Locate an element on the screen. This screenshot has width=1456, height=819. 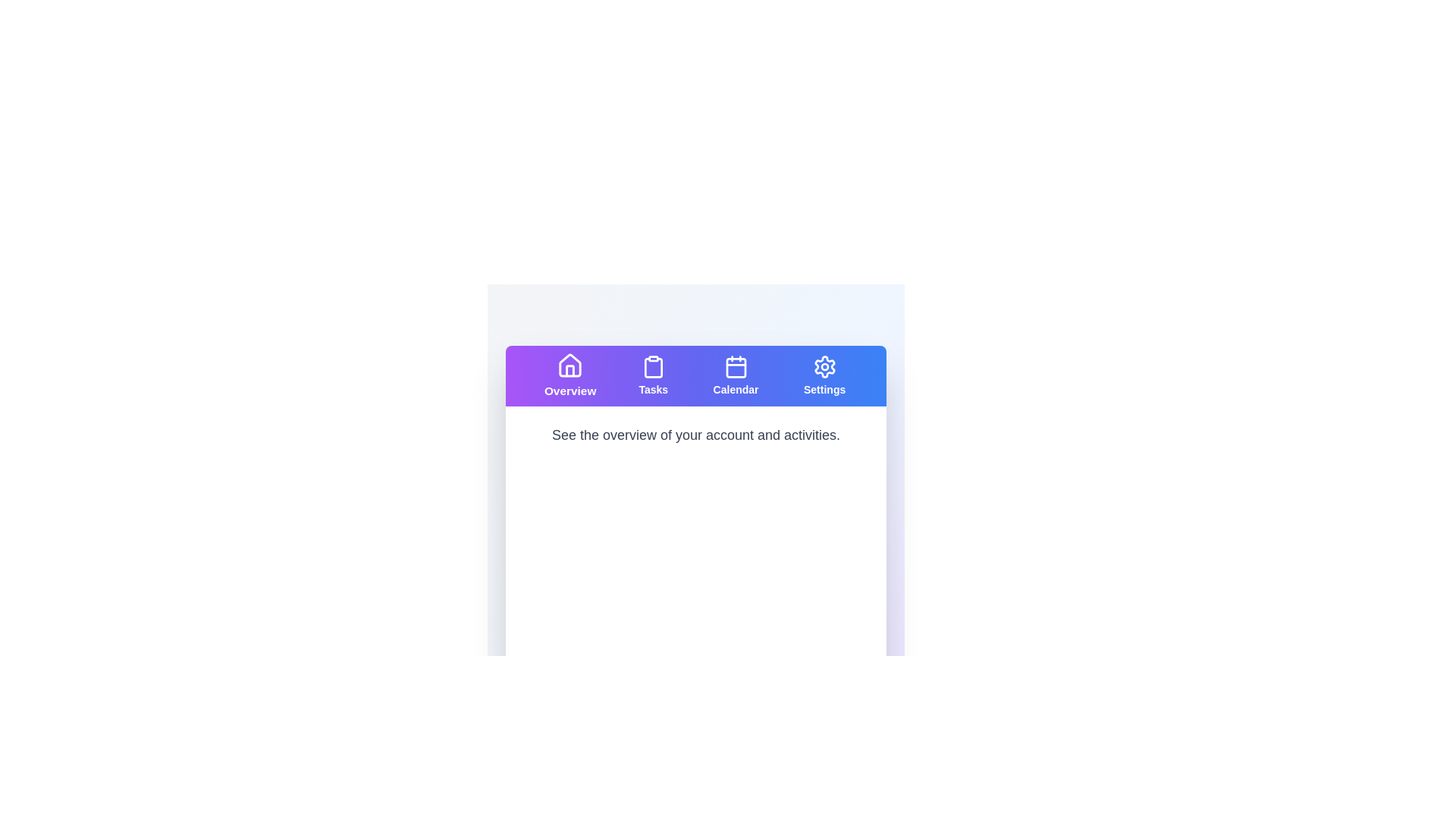
the settings icon located on the far right side of the horizontal navigation bar is located at coordinates (824, 367).